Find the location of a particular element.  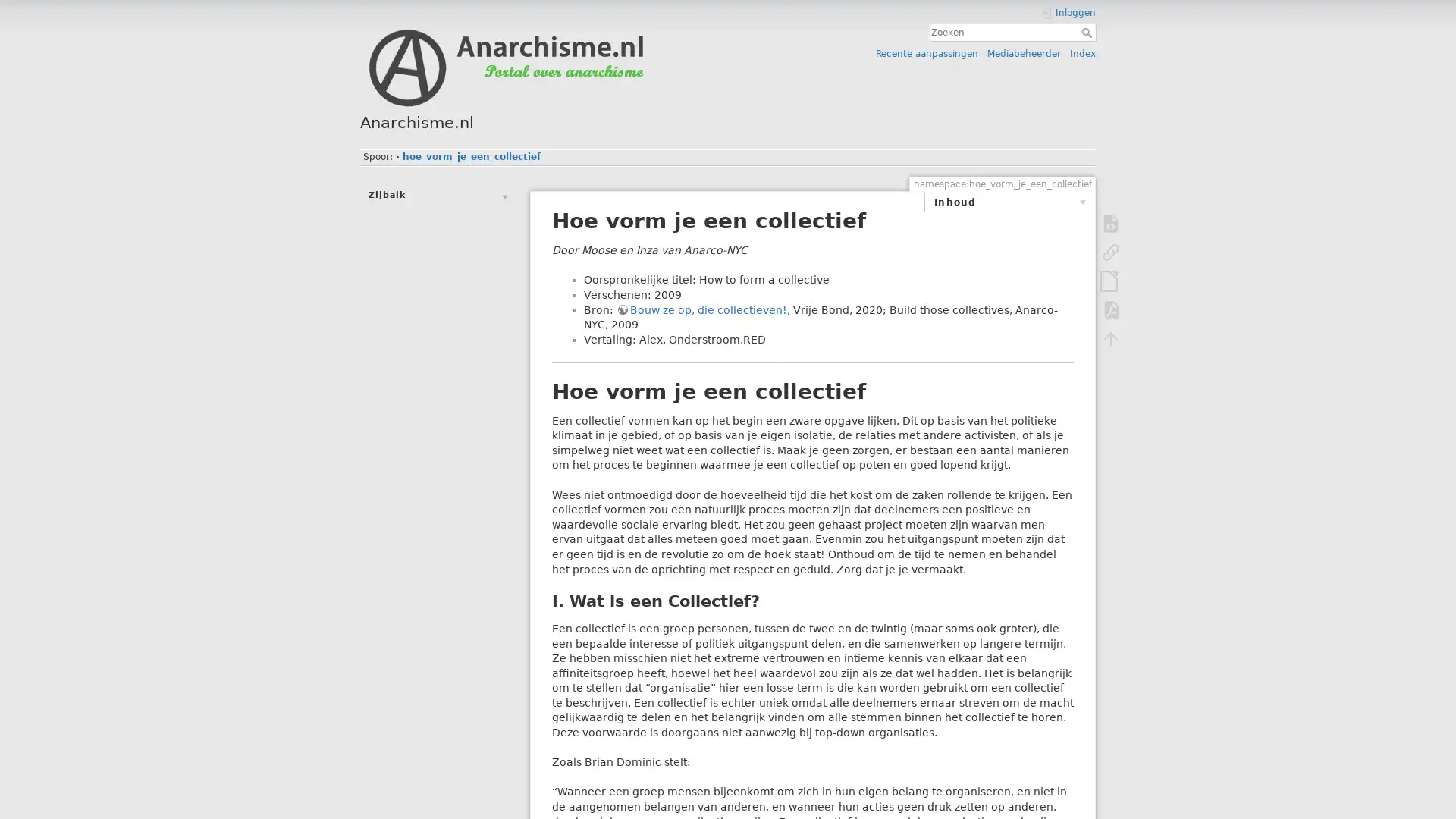

Zoeken is located at coordinates (1087, 32).